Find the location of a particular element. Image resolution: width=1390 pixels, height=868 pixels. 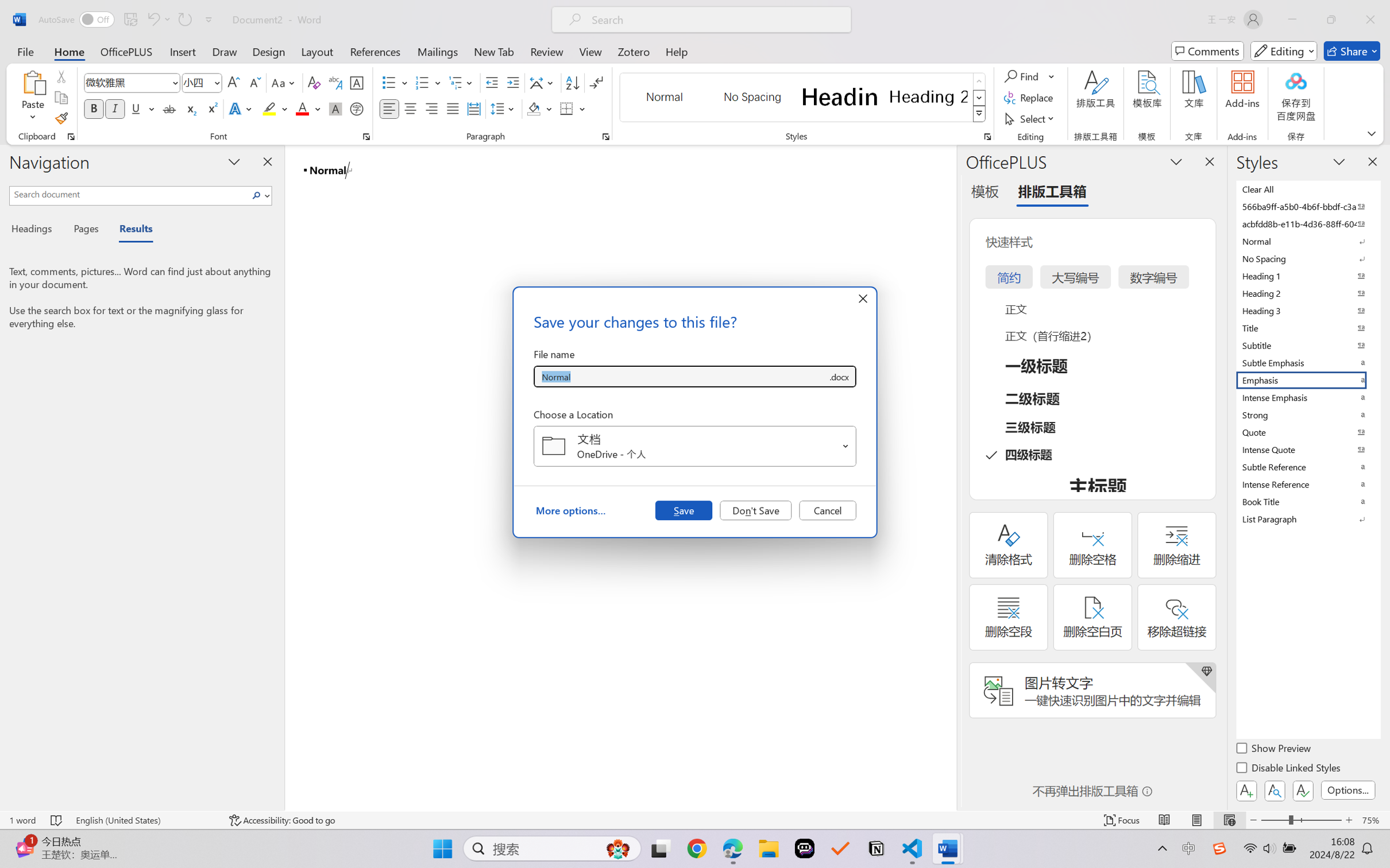

'Read Mode' is located at coordinates (1164, 820).